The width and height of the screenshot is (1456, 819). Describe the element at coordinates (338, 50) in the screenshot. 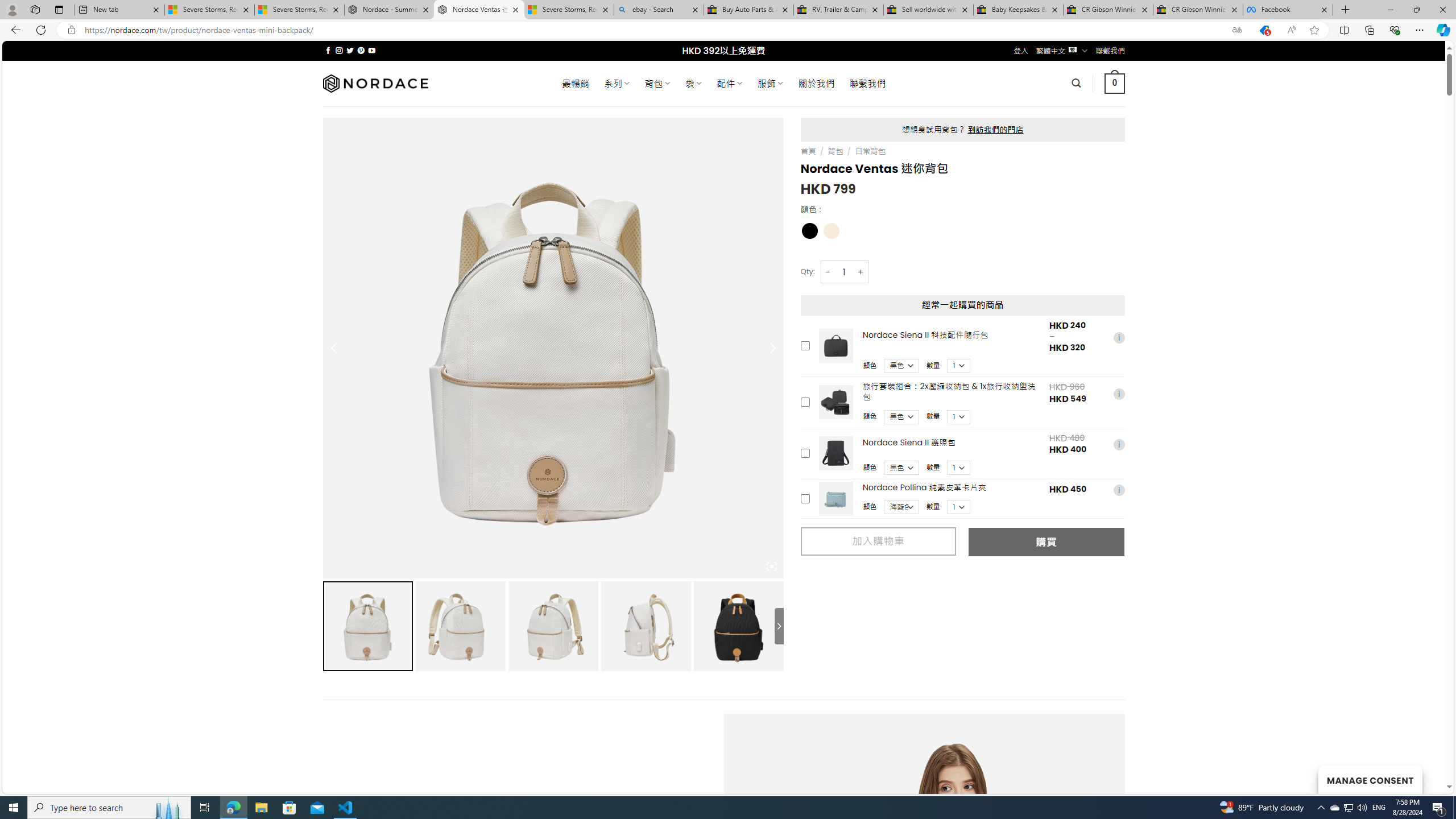

I see `'Follow on Instagram'` at that location.